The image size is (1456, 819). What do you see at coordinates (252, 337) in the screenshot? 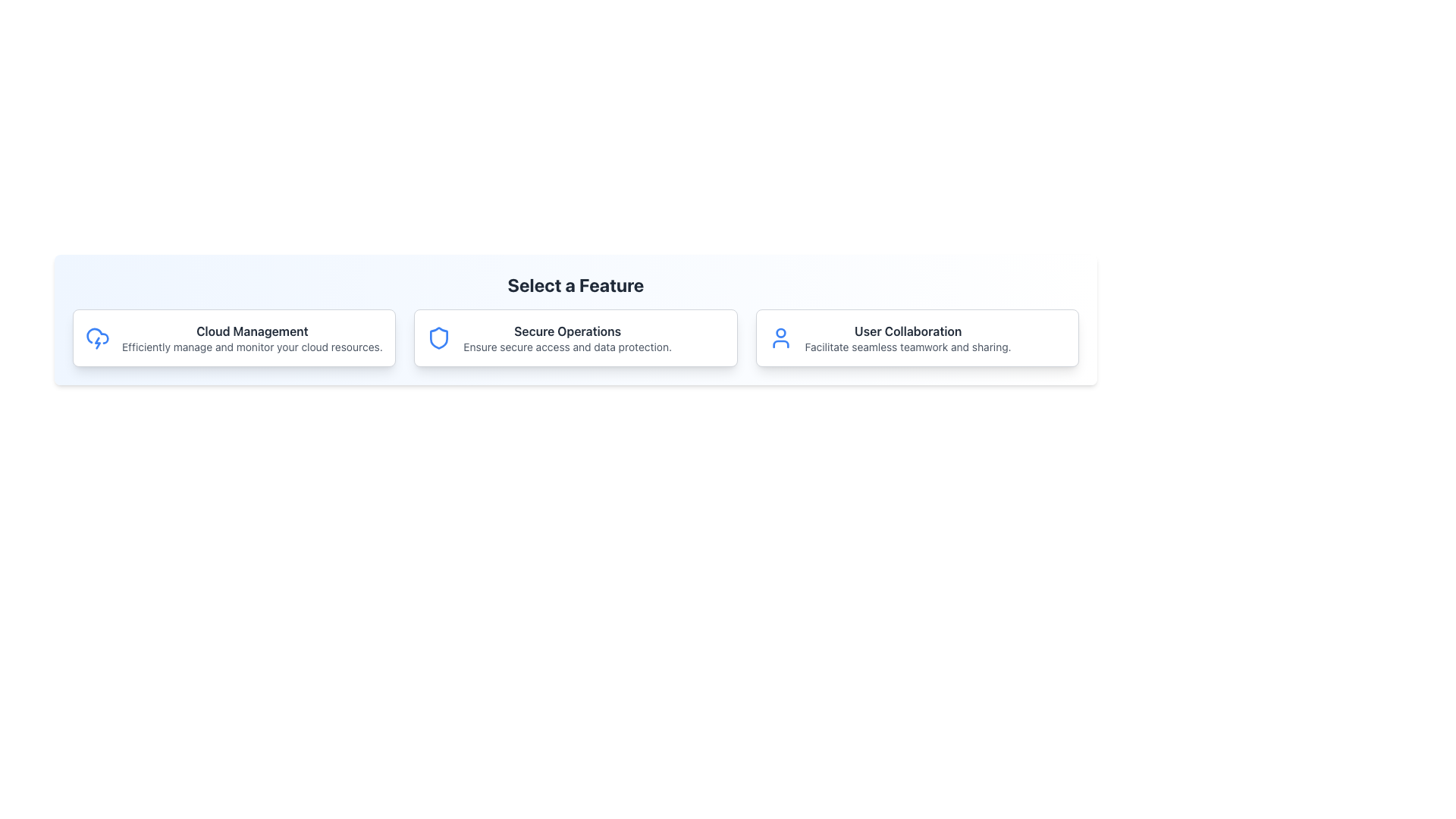
I see `textual information block titled 'Cloud Management' which contains a description about managing cloud resources` at bounding box center [252, 337].